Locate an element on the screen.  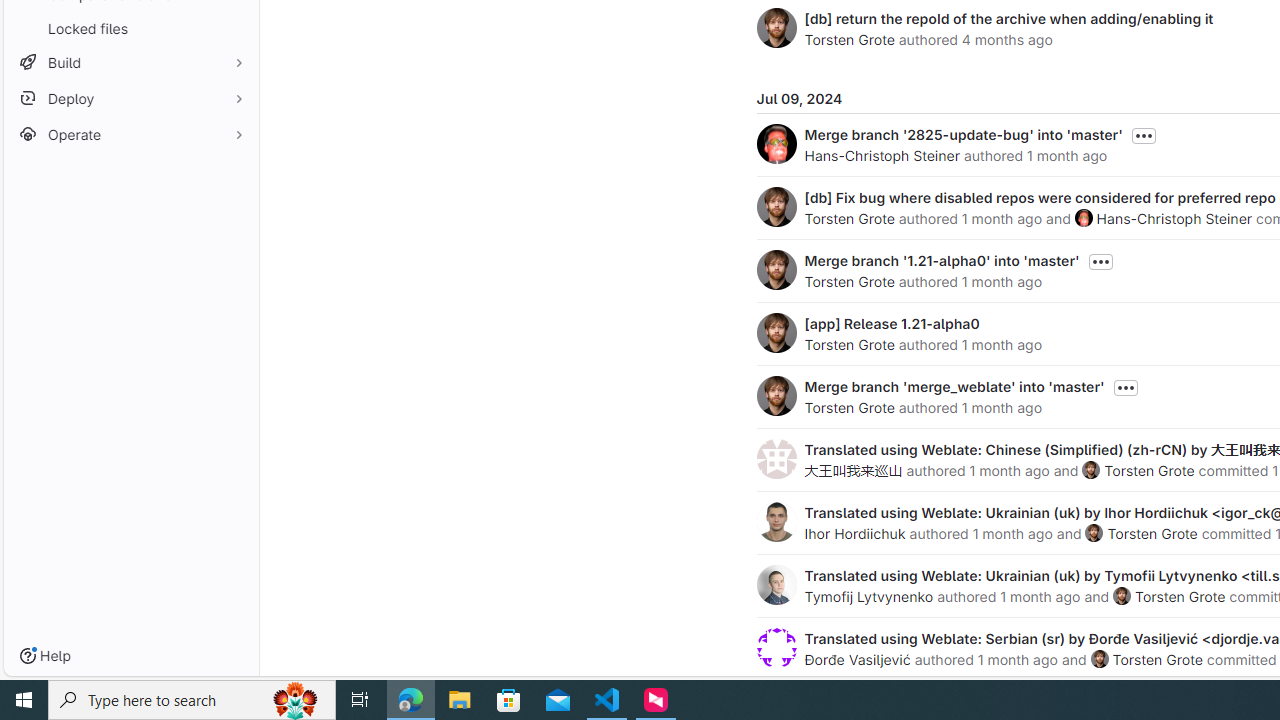
'[app] Release 1.21-alpha0' is located at coordinates (891, 322).